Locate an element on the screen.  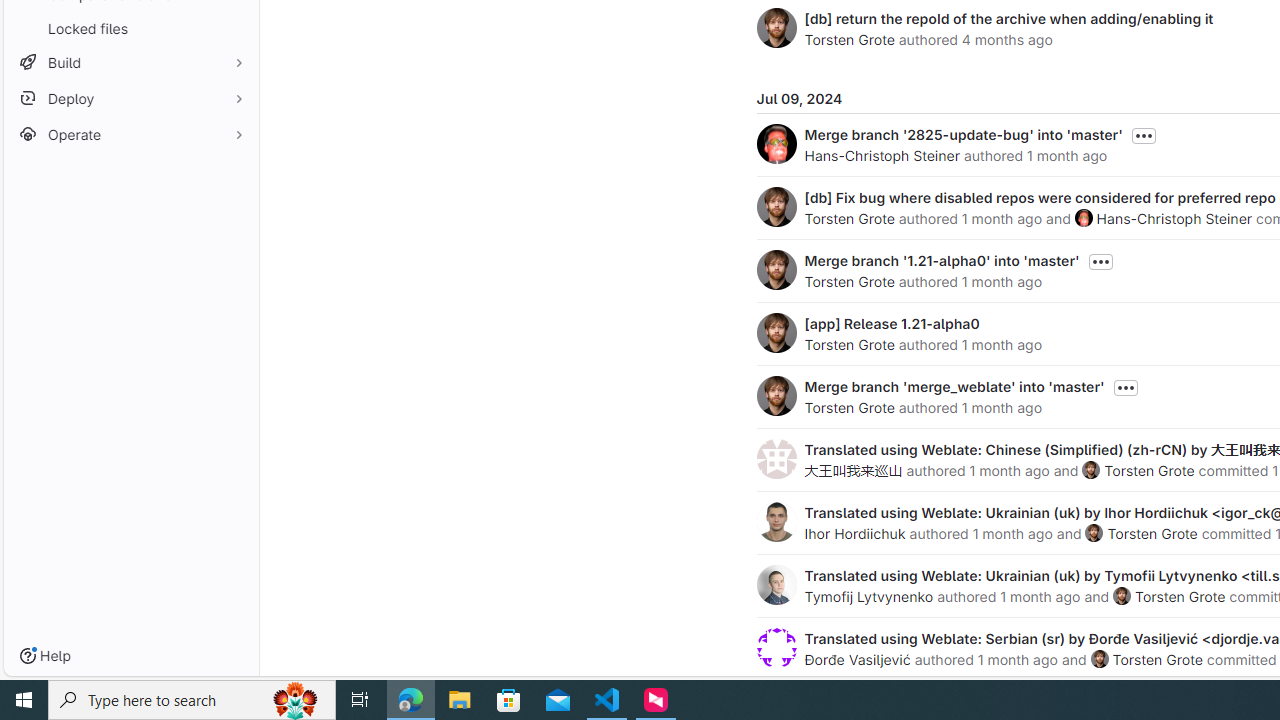
'[app] Release 1.21-alpha0' is located at coordinates (891, 322).